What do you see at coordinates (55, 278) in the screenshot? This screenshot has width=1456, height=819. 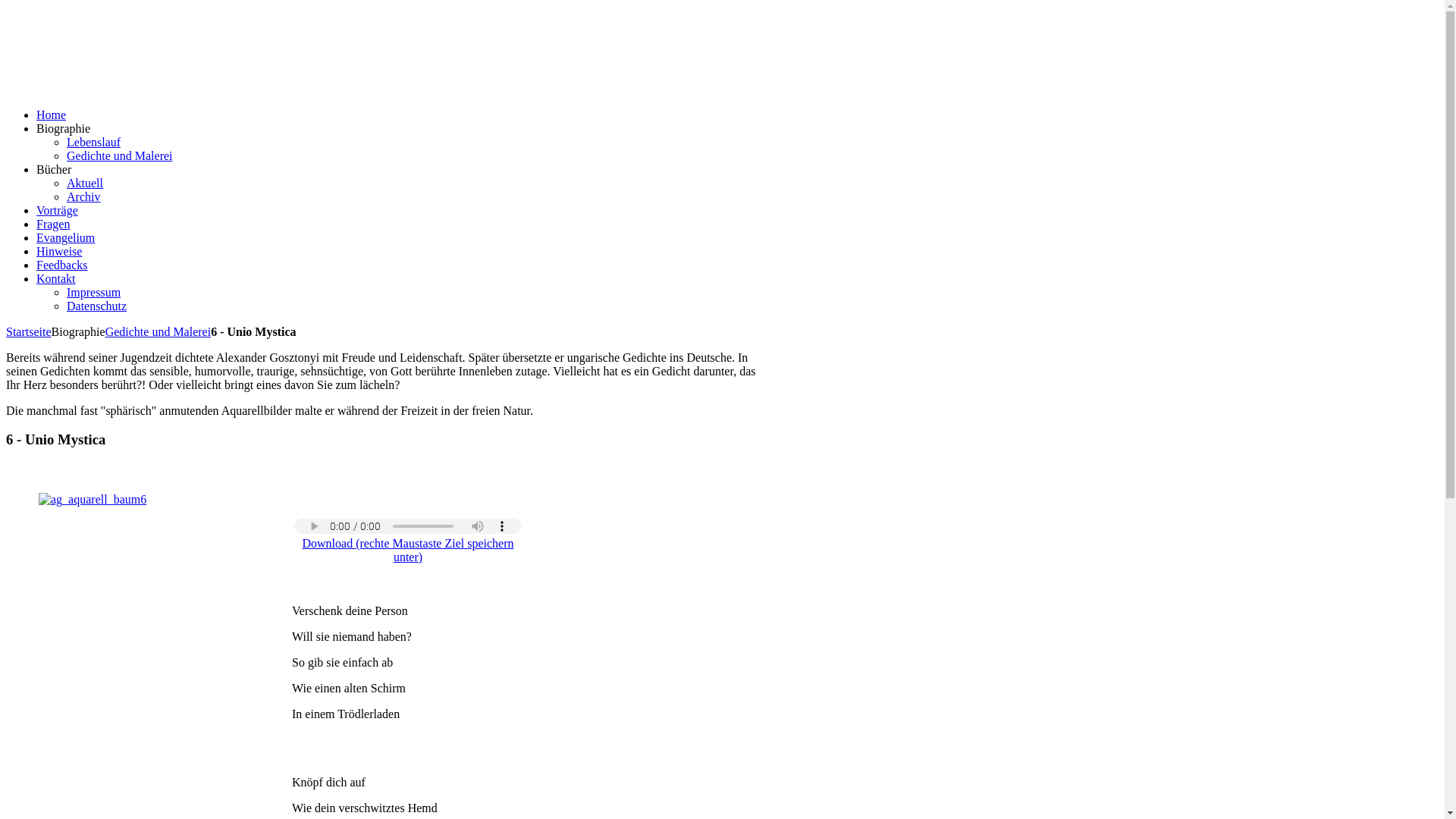 I see `'Kontakt'` at bounding box center [55, 278].